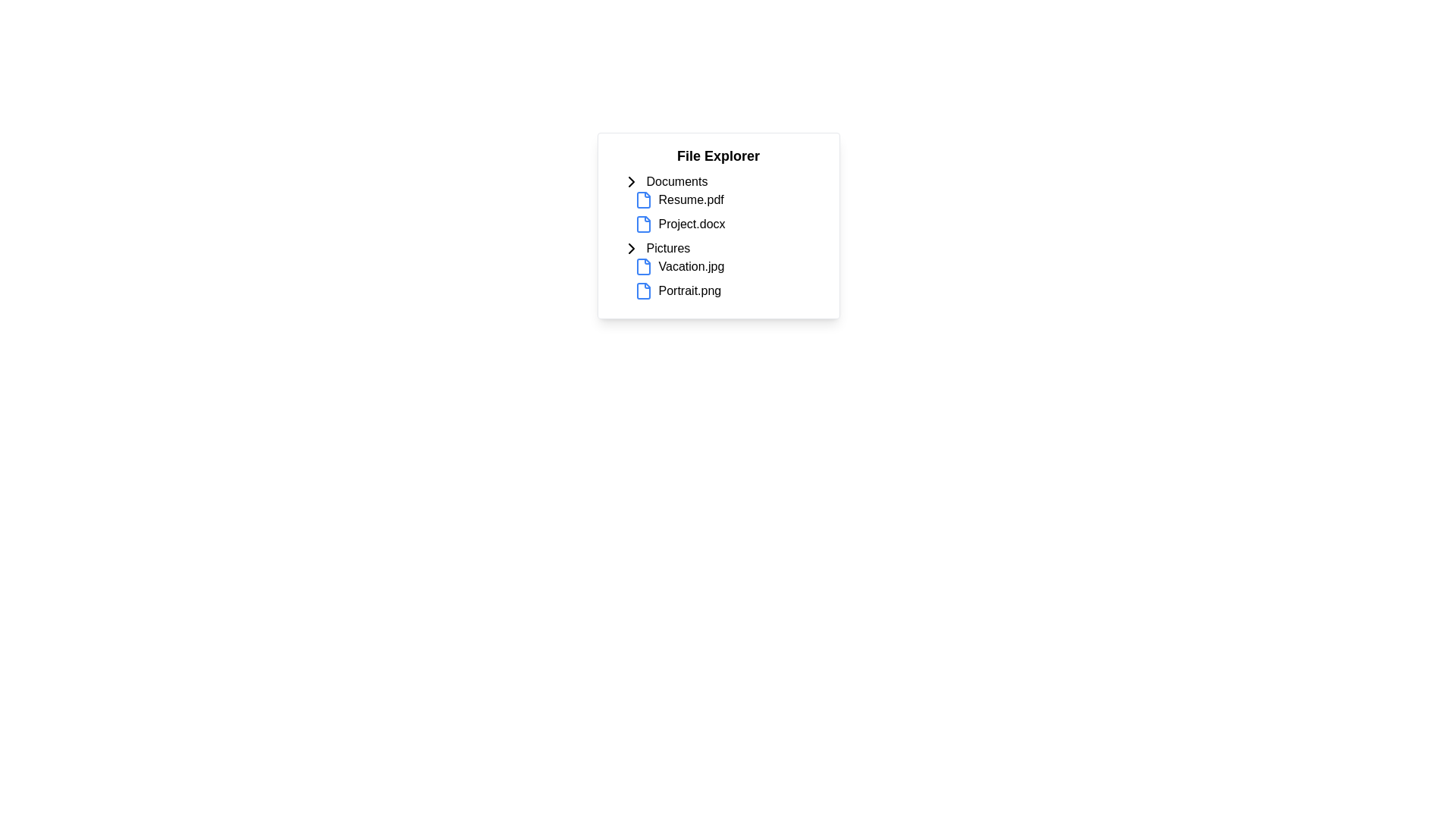 The height and width of the screenshot is (819, 1456). What do you see at coordinates (717, 155) in the screenshot?
I see `the 'File Explorer' header element, which is a prominently styled text label located at the top of the file list interface` at bounding box center [717, 155].